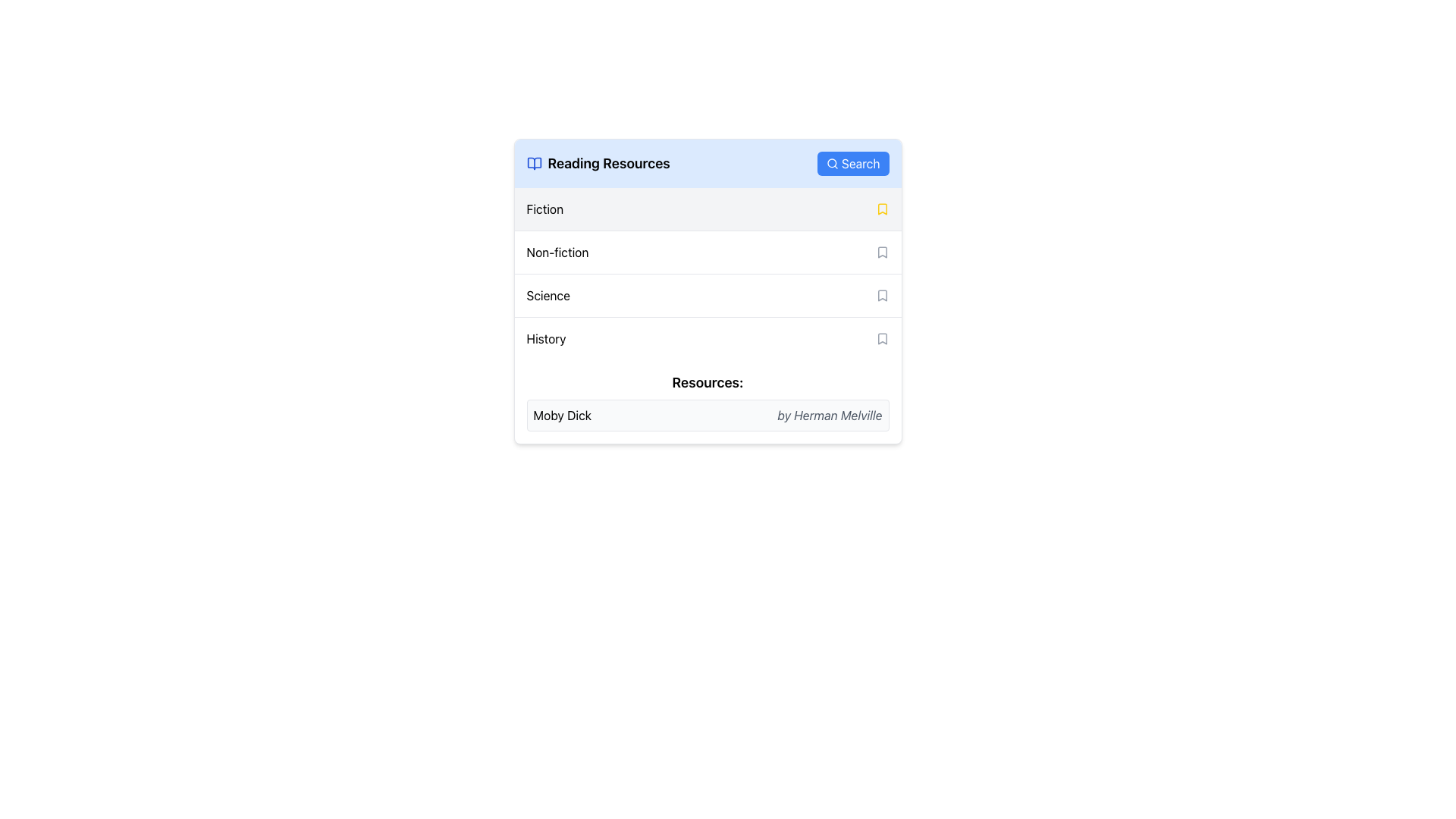 The image size is (1456, 819). I want to click on the decorative circle of the search magnifying glass icon located in the header of the 'Reading Resources' card near the 'Search' button, so click(831, 163).